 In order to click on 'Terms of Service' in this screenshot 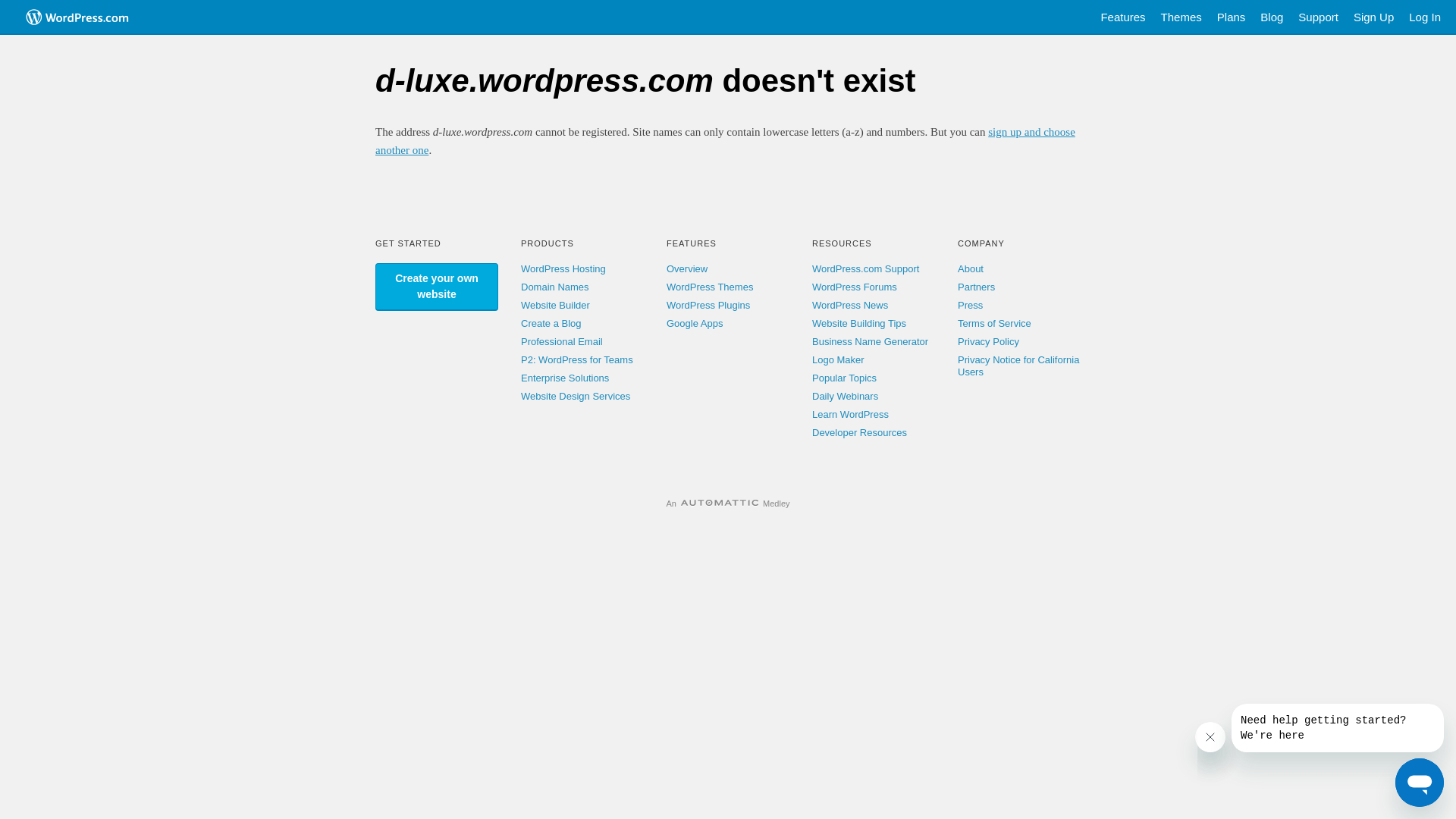, I will do `click(994, 322)`.